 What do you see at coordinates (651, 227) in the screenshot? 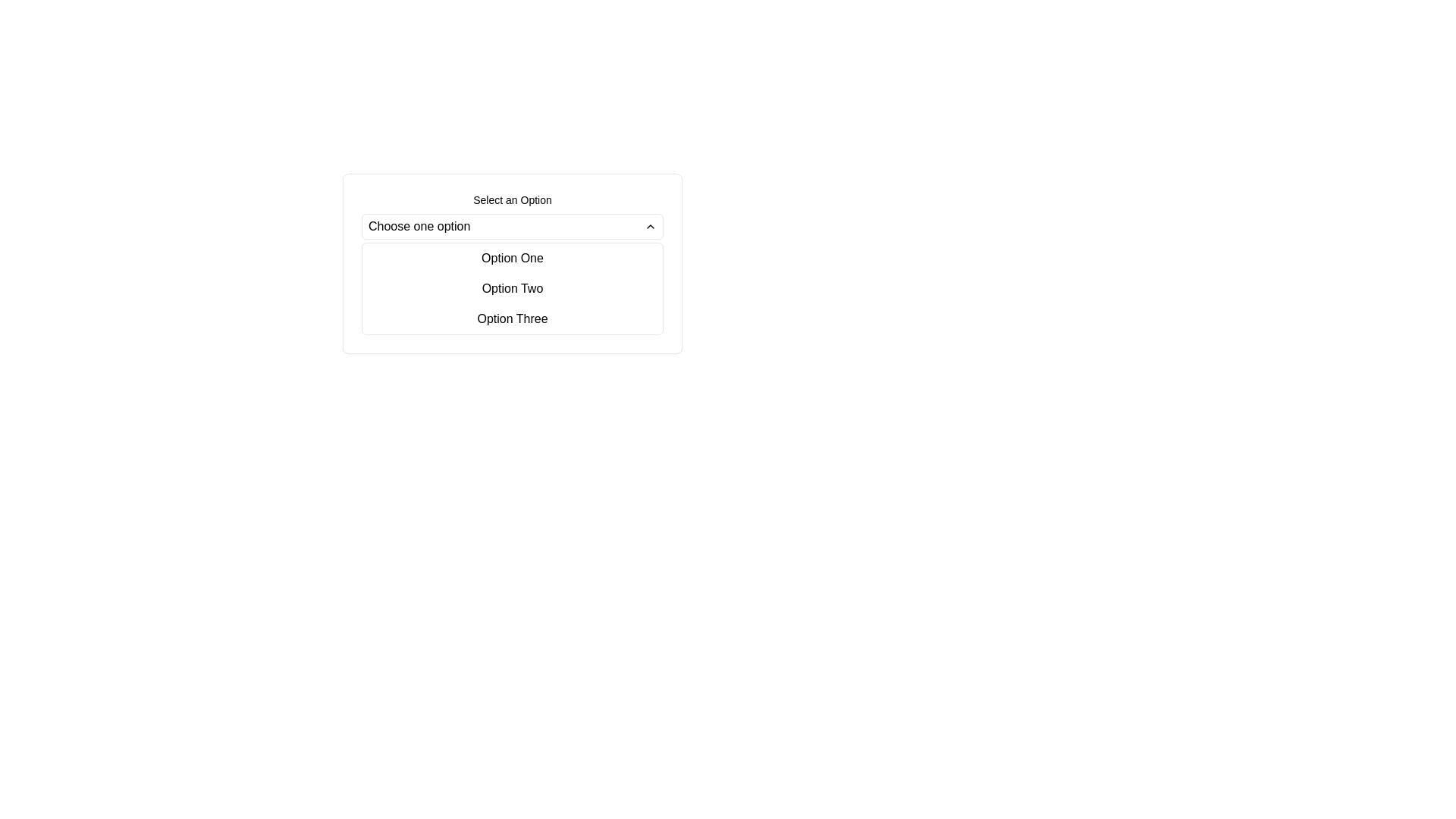
I see `the arrow icon that indicates the dropdown menu can be collapsed, located at the rightmost of the dropdown header box labeled 'Choose one option'` at bounding box center [651, 227].